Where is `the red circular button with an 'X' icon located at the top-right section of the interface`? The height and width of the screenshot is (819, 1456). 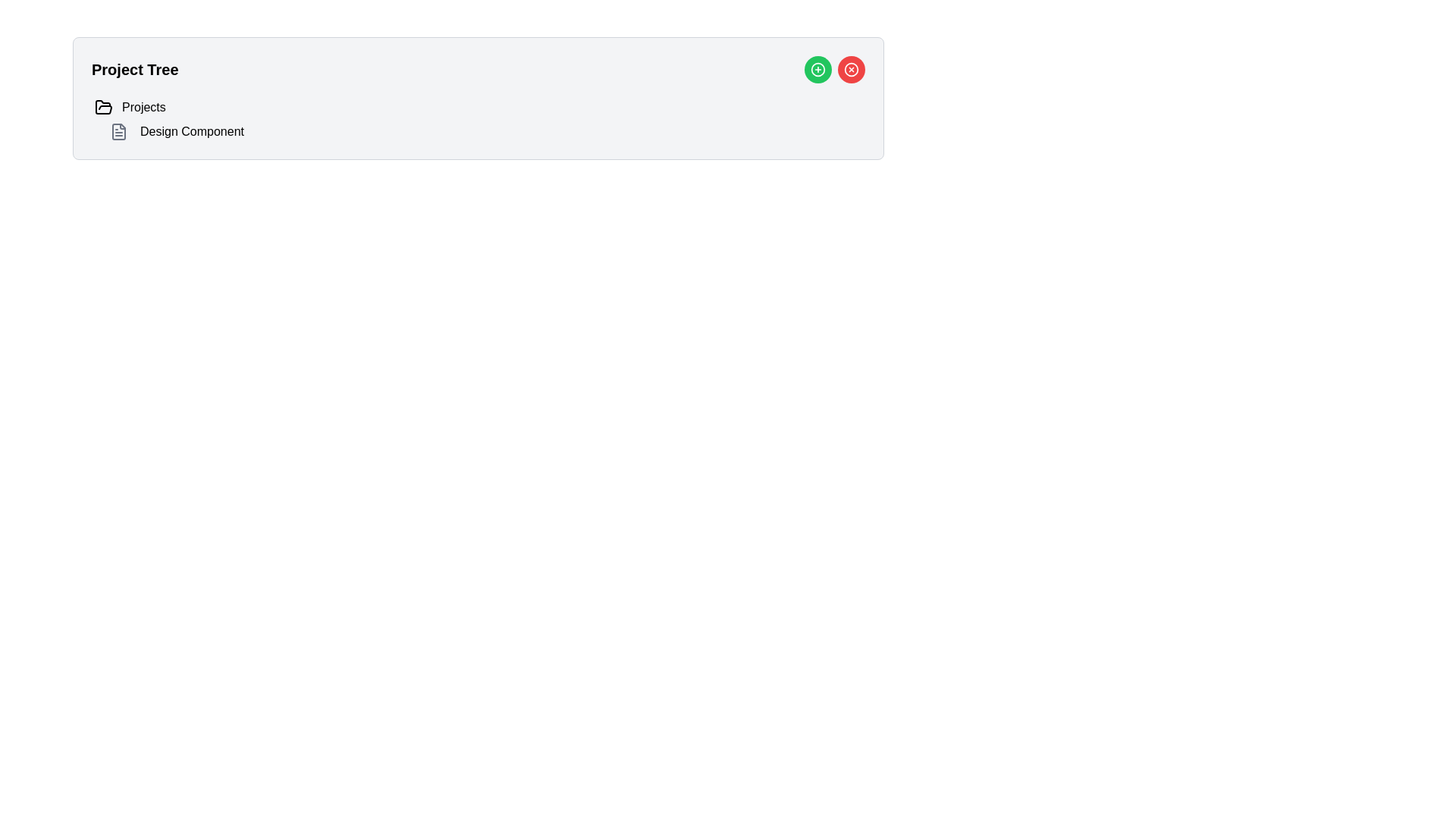
the red circular button with an 'X' icon located at the top-right section of the interface is located at coordinates (852, 70).